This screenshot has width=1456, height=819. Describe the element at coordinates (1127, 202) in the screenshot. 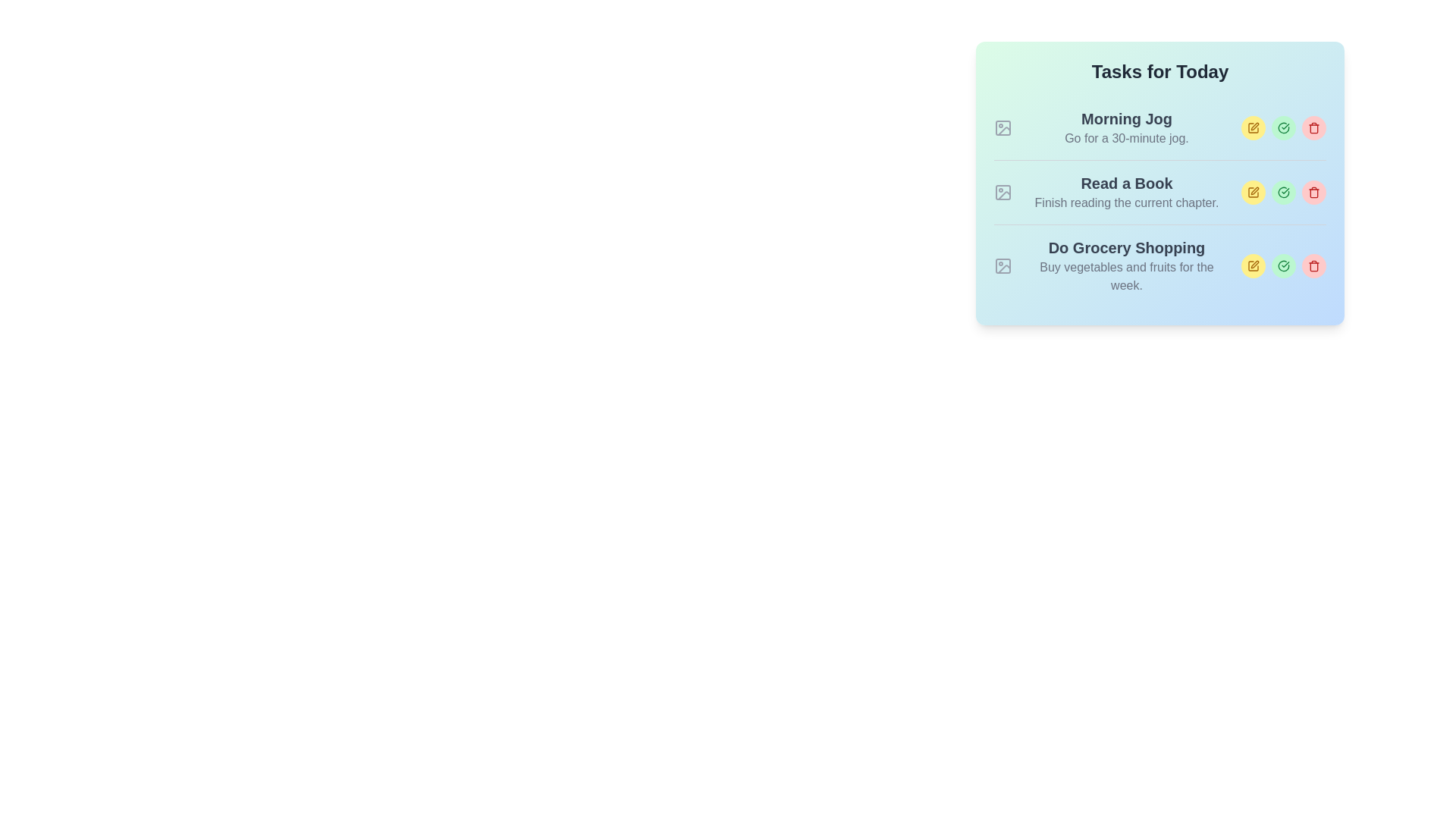

I see `the descriptive text element located beneath the title 'Read a Book' in the 'Tasks for Today' section` at that location.